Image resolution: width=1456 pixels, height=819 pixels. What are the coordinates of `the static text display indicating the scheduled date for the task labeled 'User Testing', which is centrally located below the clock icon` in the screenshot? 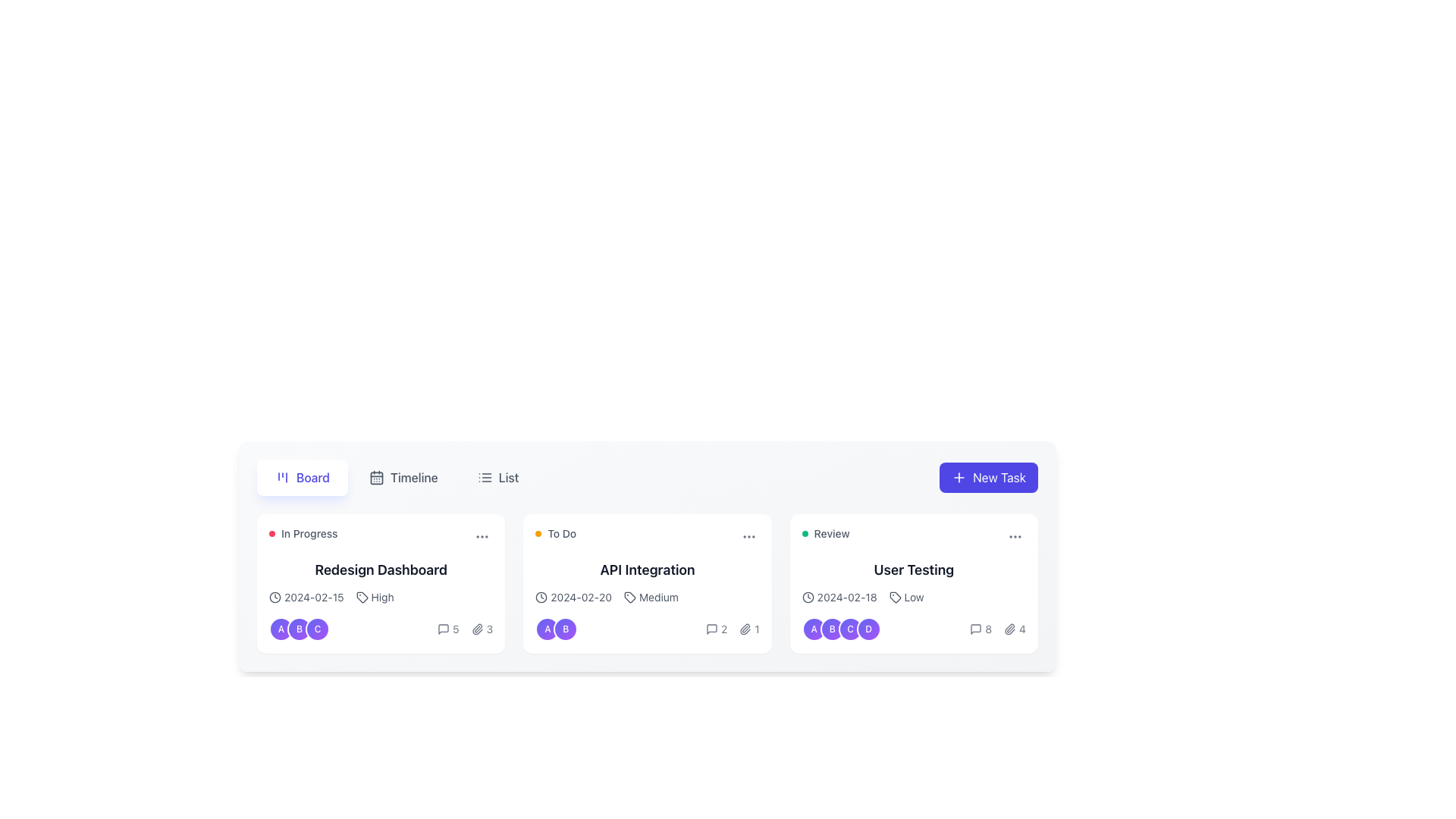 It's located at (846, 596).